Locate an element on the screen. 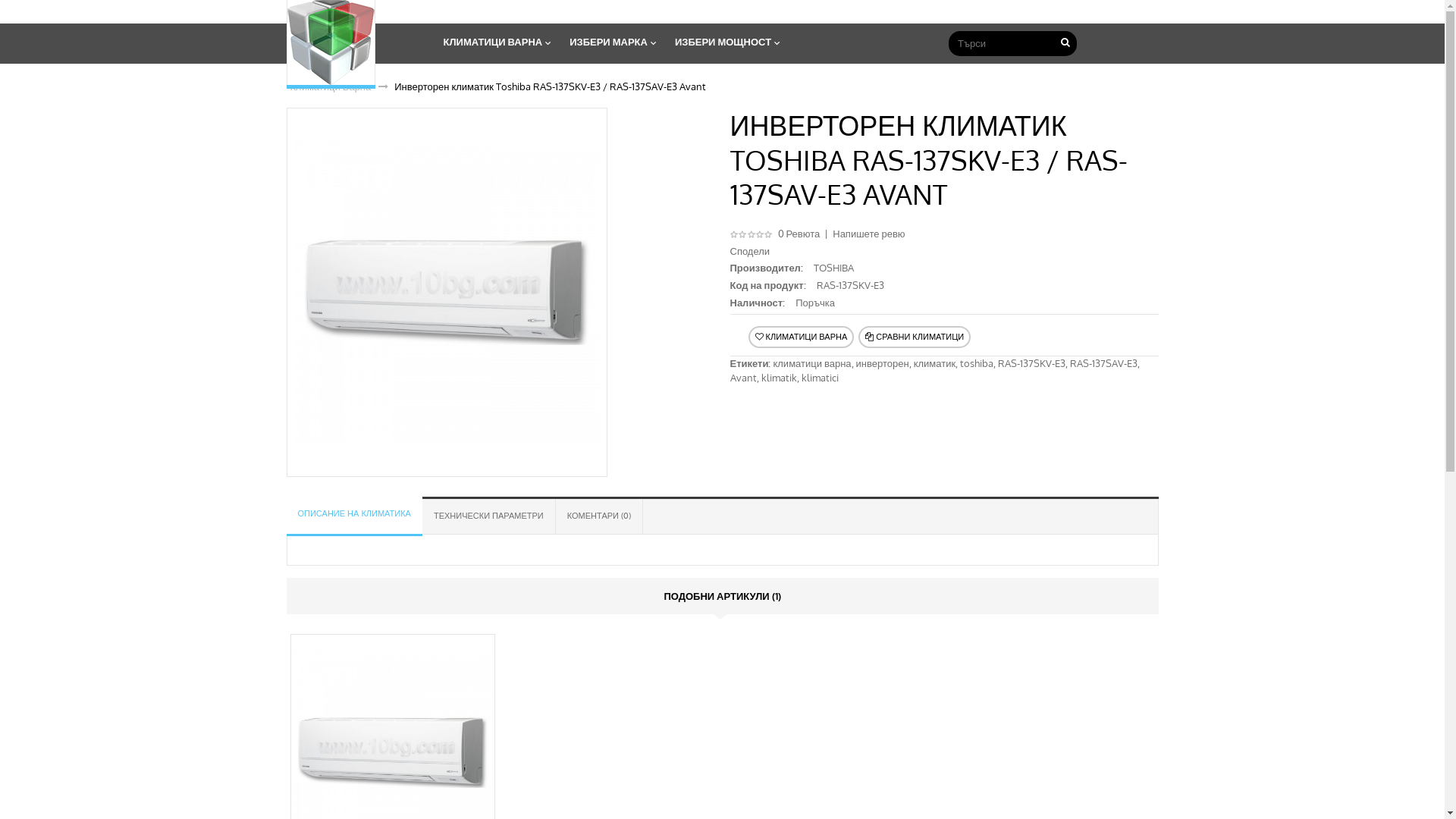 This screenshot has height=819, width=1456. 'klimatik' is located at coordinates (779, 376).